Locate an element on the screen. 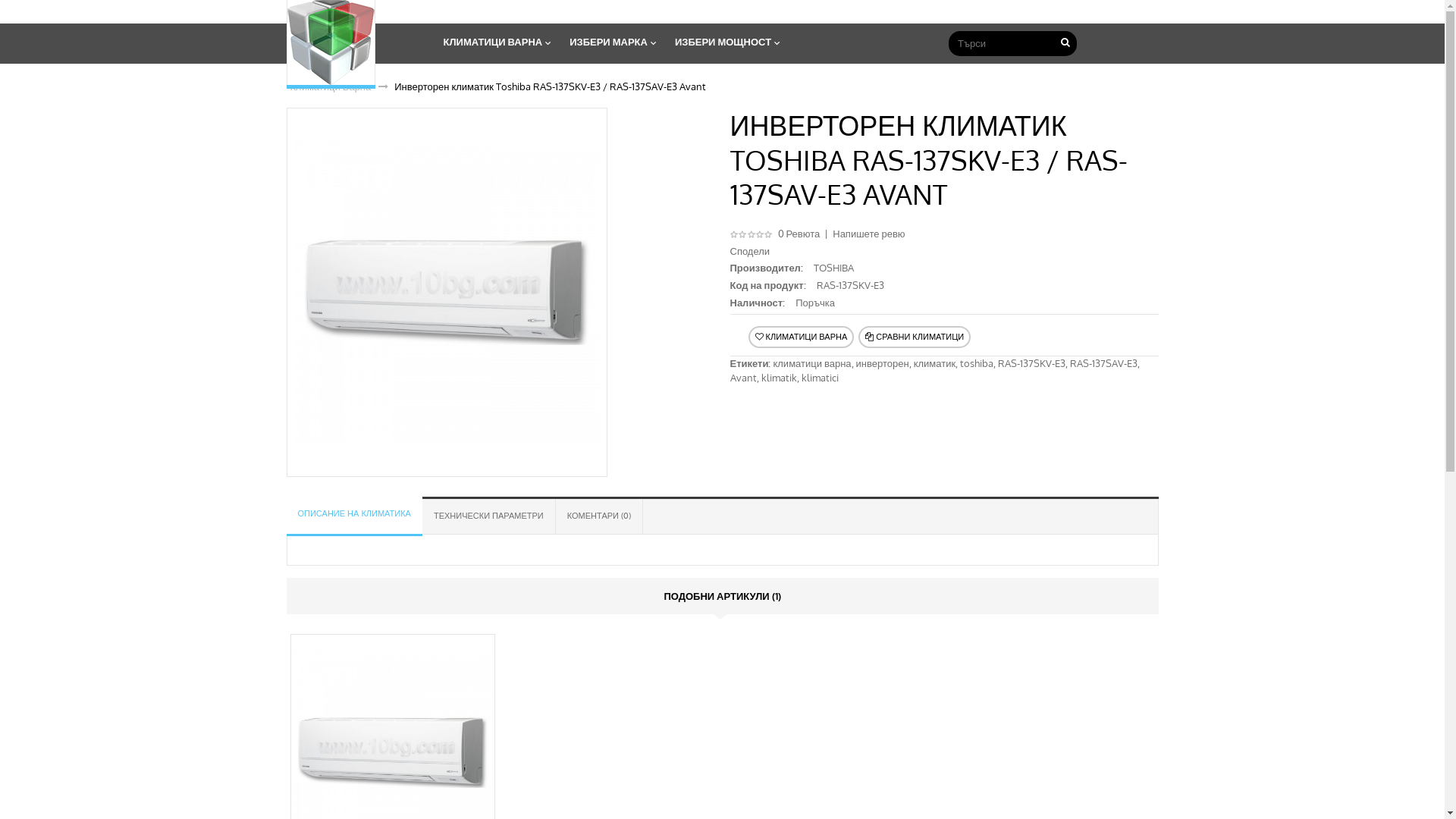 This screenshot has height=819, width=1456. 'klimatik' is located at coordinates (779, 376).